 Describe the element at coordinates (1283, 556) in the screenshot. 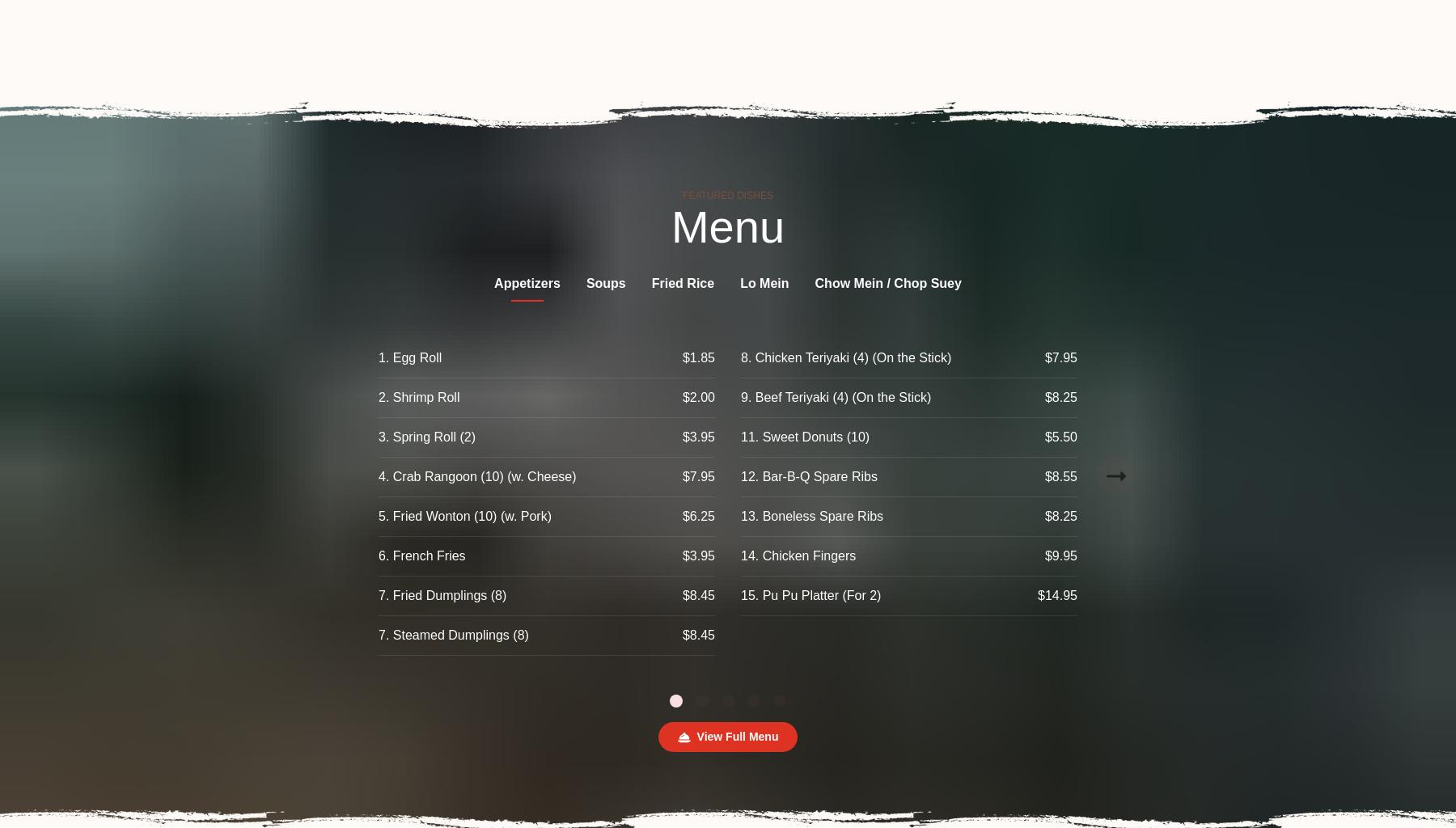

I see `'49. General Tso's Bean Curd'` at that location.